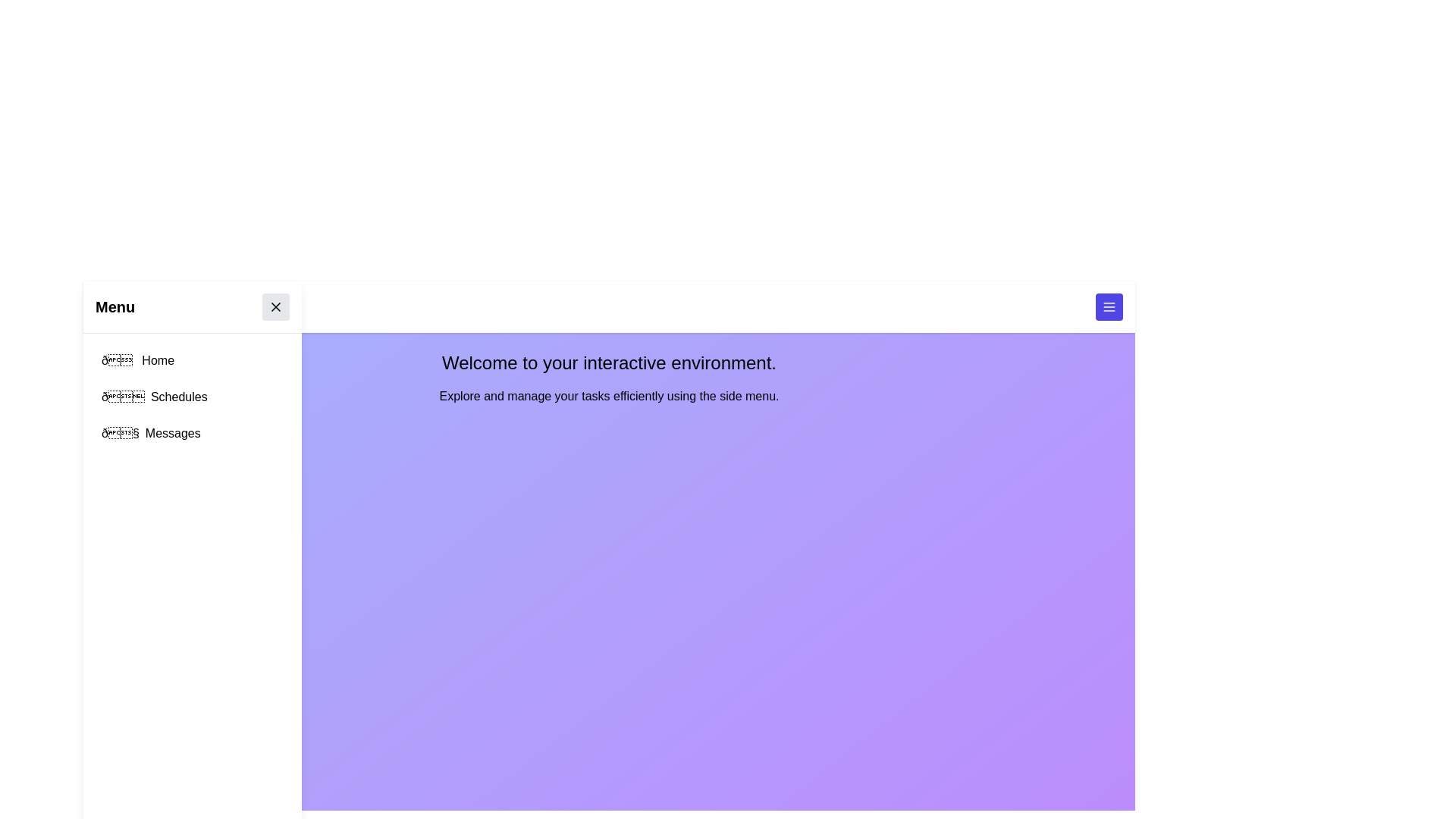 Image resolution: width=1456 pixels, height=819 pixels. What do you see at coordinates (276, 307) in the screenshot?
I see `the 'X' icon within the rounded square button located at the top-right of the sidebar menu` at bounding box center [276, 307].